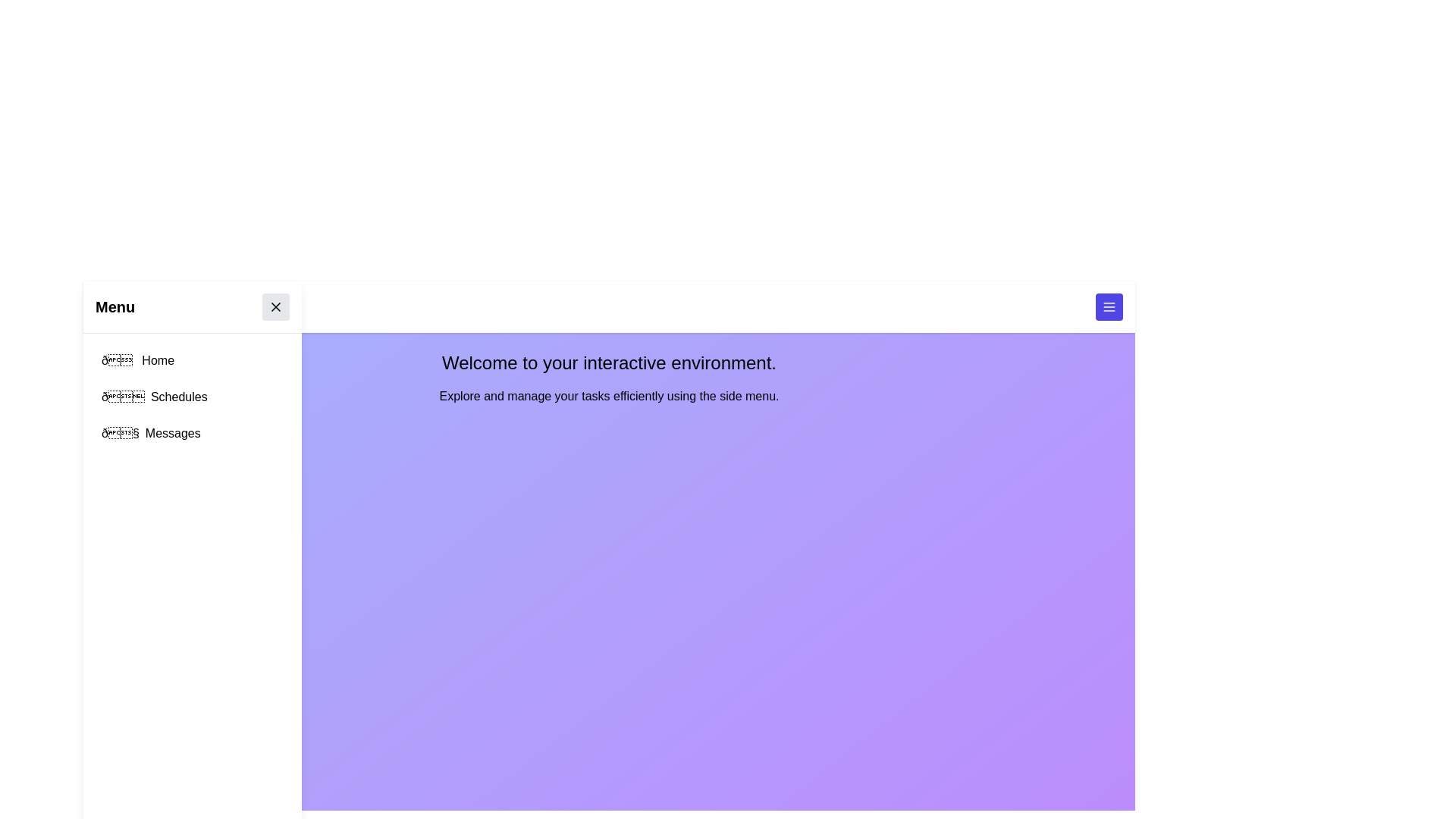 Image resolution: width=1456 pixels, height=819 pixels. What do you see at coordinates (276, 307) in the screenshot?
I see `the 'X' icon within the rounded square button located at the top-right of the sidebar menu` at bounding box center [276, 307].